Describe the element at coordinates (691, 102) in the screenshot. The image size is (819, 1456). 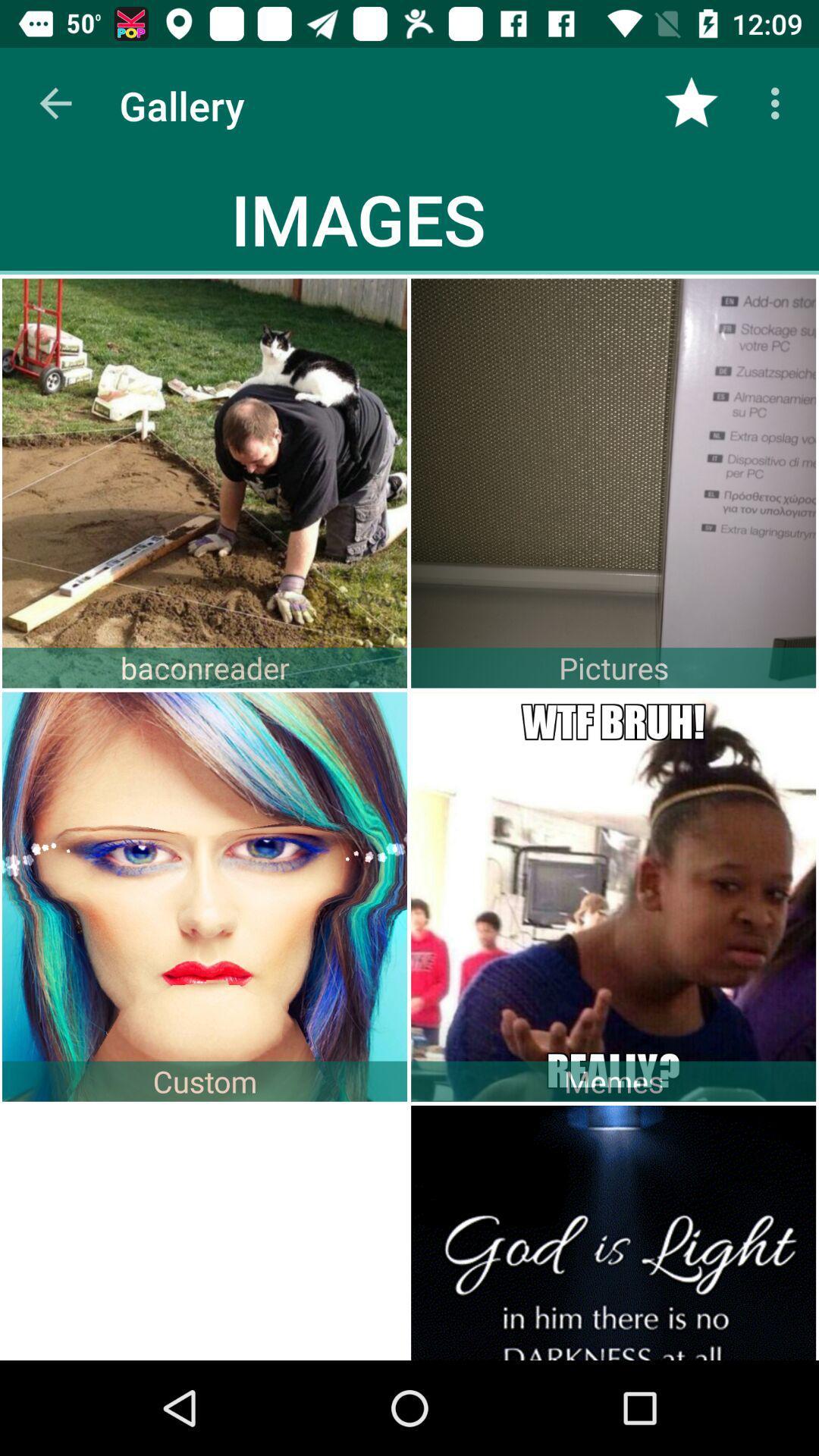
I see `the item to the right of the images` at that location.